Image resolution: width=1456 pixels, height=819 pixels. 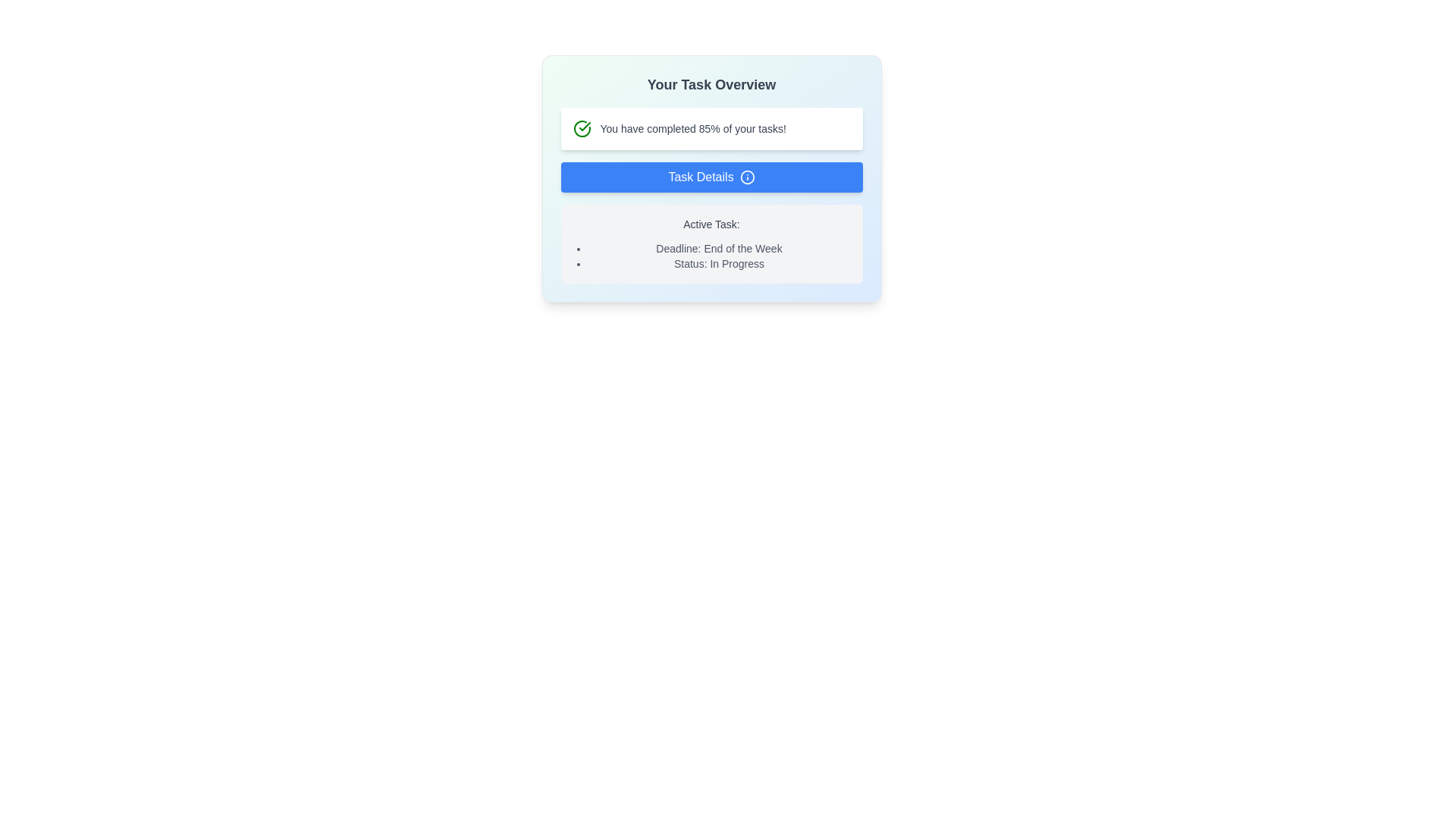 I want to click on the 'Task Details' button which encompasses the circular SVG icon located on the right side of it, so click(x=747, y=177).